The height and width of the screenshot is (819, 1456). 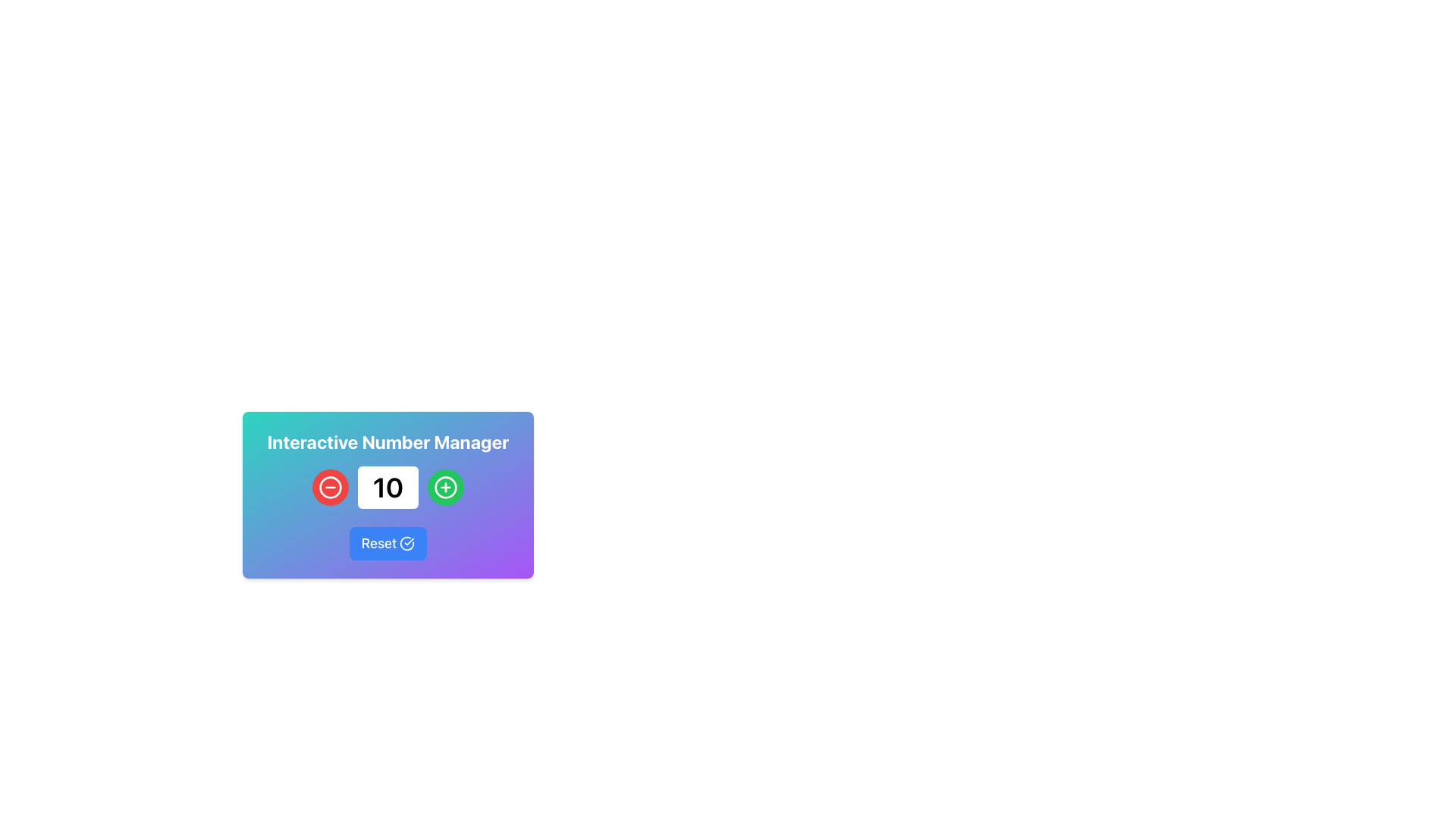 I want to click on the decorative icon located to the right of the 'Reset' text label on the blue button at the bottom center of the interface panel, so click(x=407, y=543).